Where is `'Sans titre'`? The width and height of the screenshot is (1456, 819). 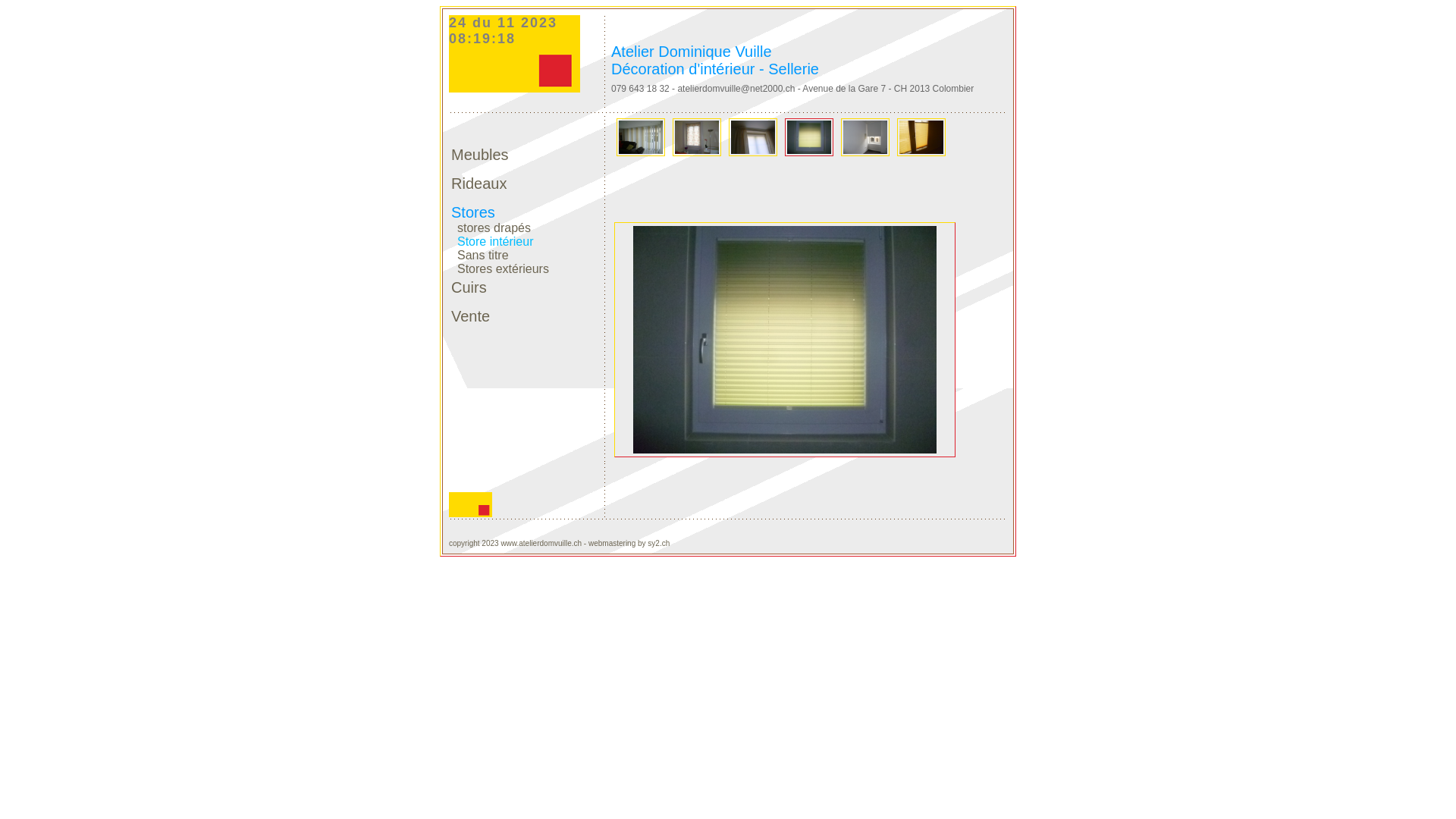 'Sans titre' is located at coordinates (479, 251).